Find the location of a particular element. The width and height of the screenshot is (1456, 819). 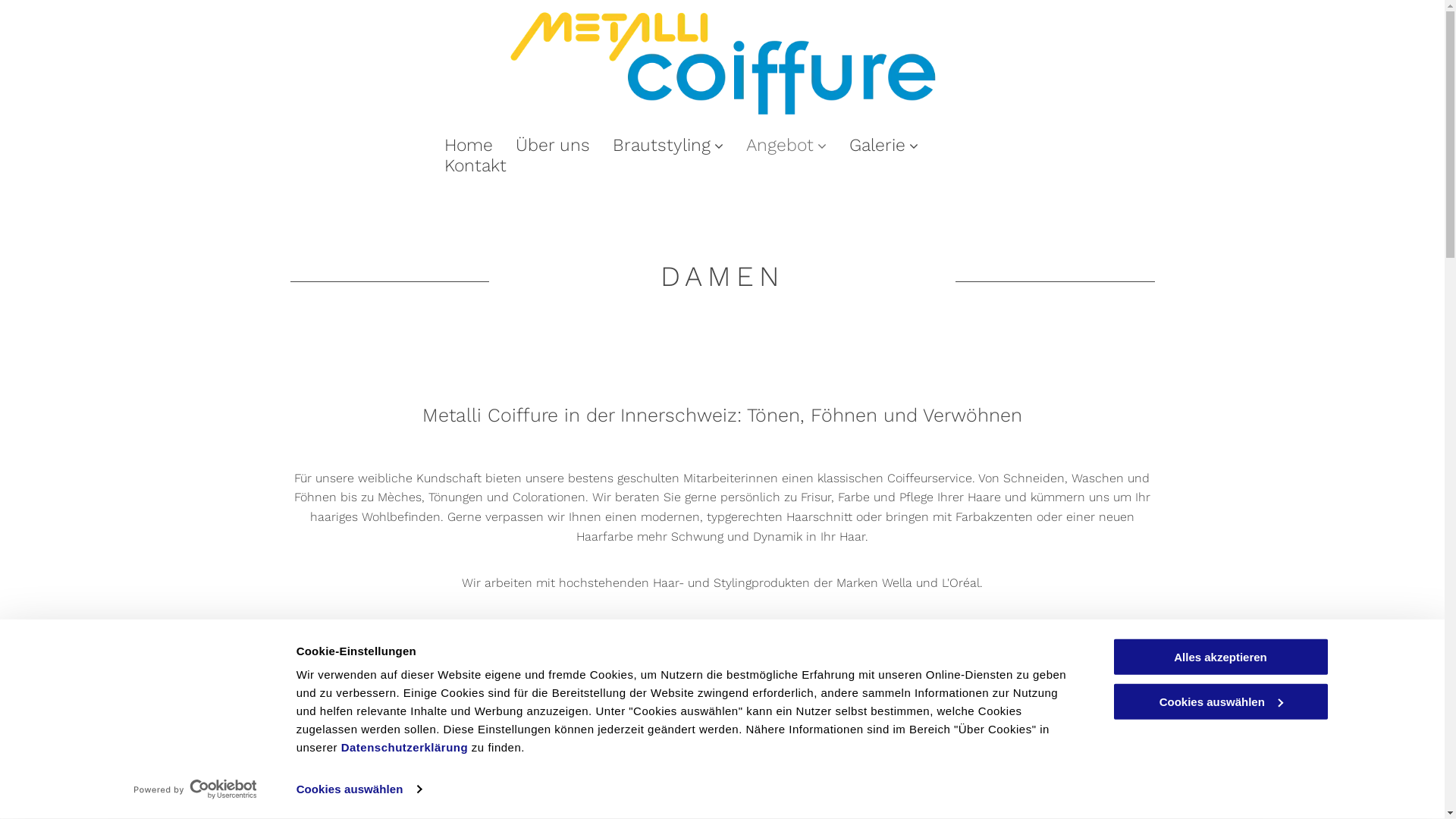

'Angebot' is located at coordinates (734, 145).